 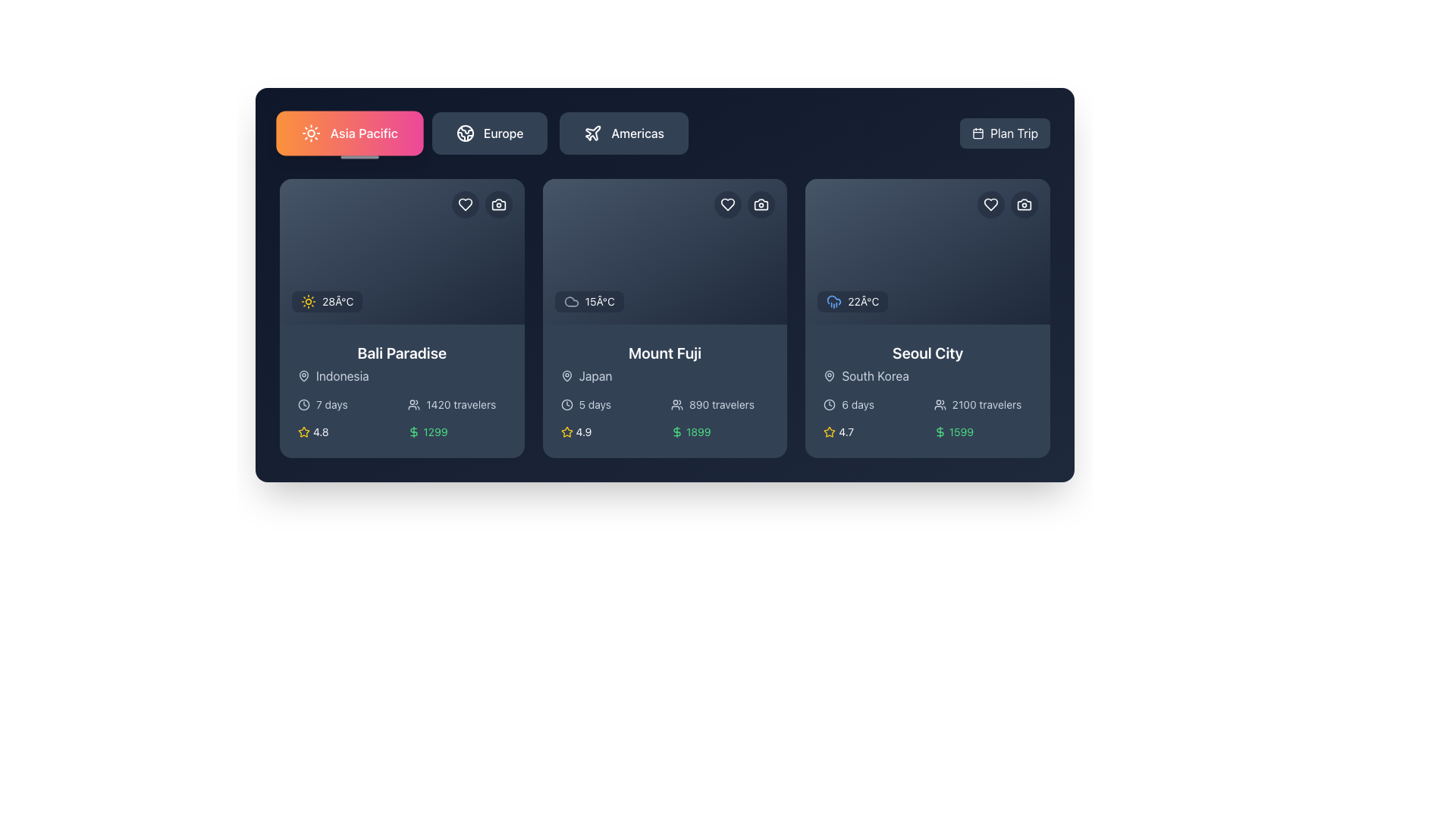 I want to click on the Rating star icon located to the left of the numeric value '4.9', which visually indicates a rating score, so click(x=566, y=432).